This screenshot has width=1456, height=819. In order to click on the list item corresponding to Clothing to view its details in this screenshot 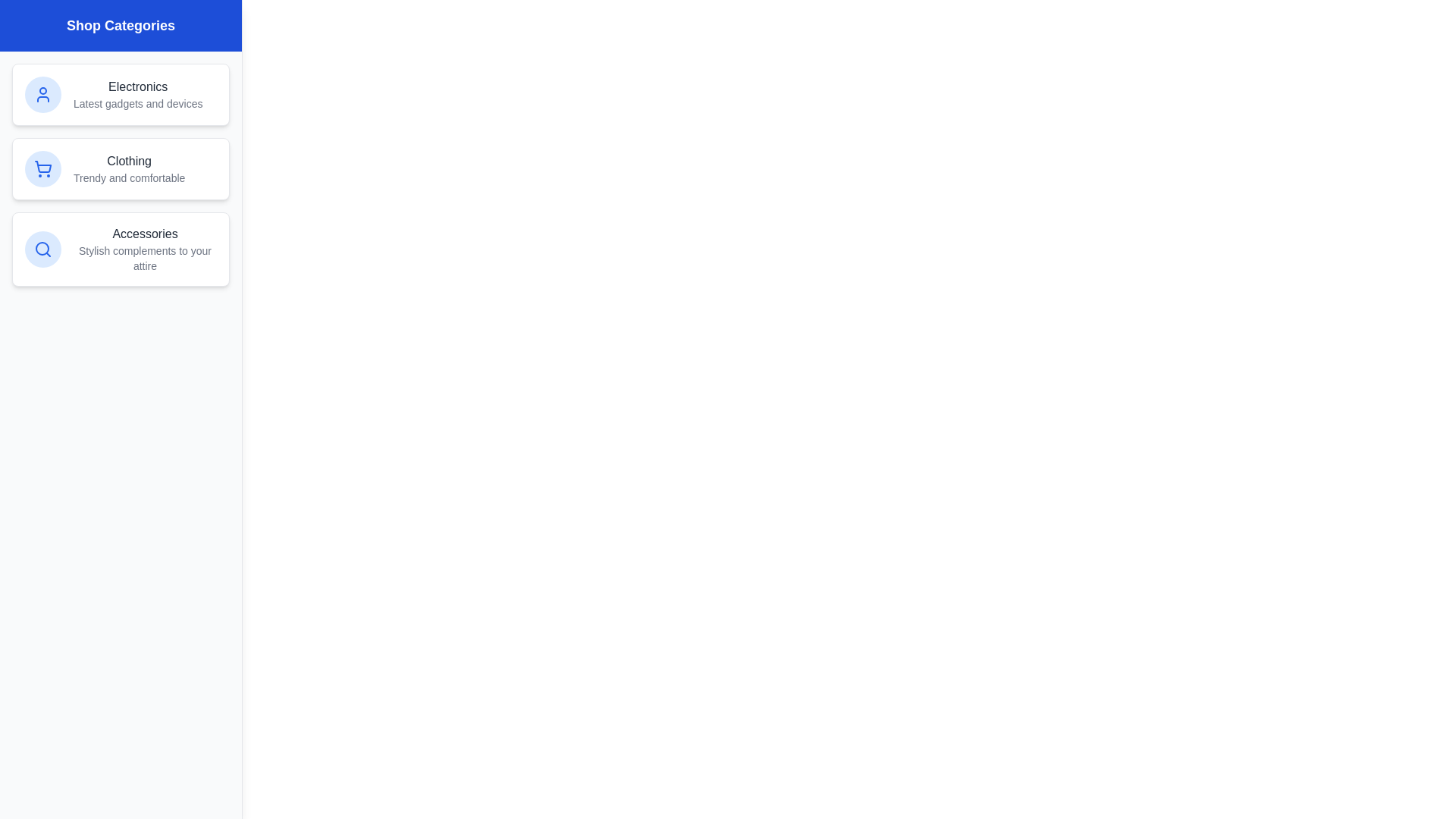, I will do `click(120, 169)`.